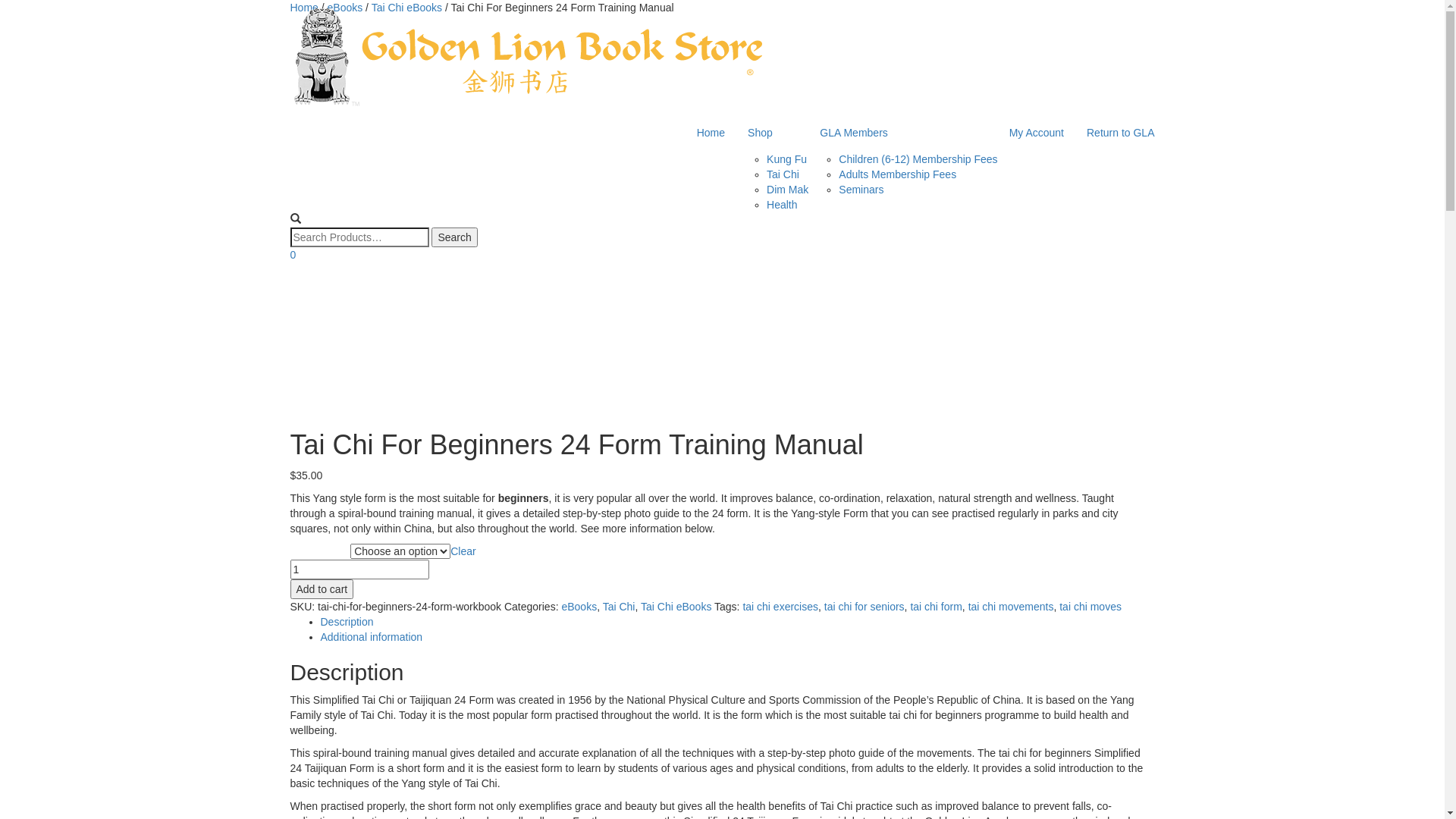 This screenshot has width=1456, height=819. I want to click on 'tai chi for seniors', so click(864, 605).